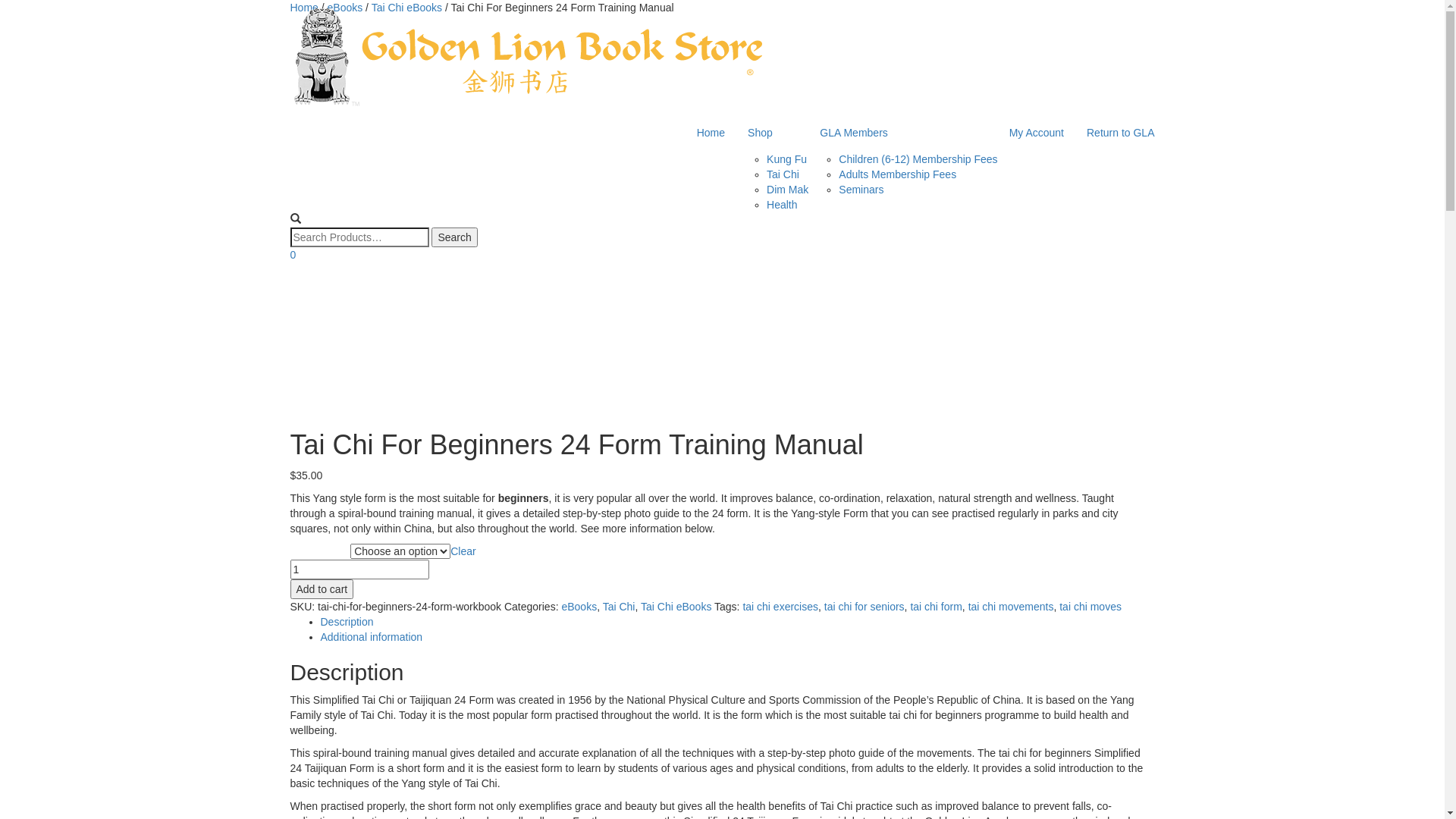 This screenshot has width=1456, height=819. I want to click on 'tai chi for seniors', so click(864, 605).